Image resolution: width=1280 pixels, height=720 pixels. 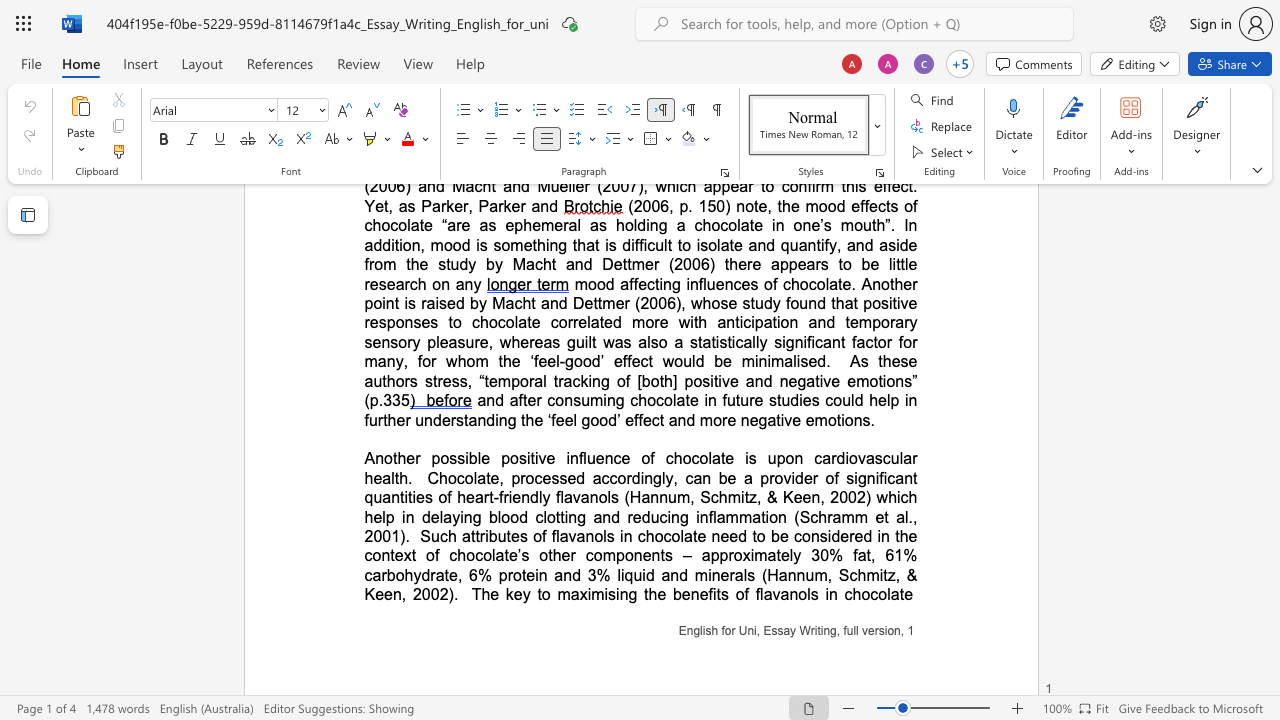 I want to click on the space between the continuous character "m" and "i" in the text, so click(x=877, y=575).